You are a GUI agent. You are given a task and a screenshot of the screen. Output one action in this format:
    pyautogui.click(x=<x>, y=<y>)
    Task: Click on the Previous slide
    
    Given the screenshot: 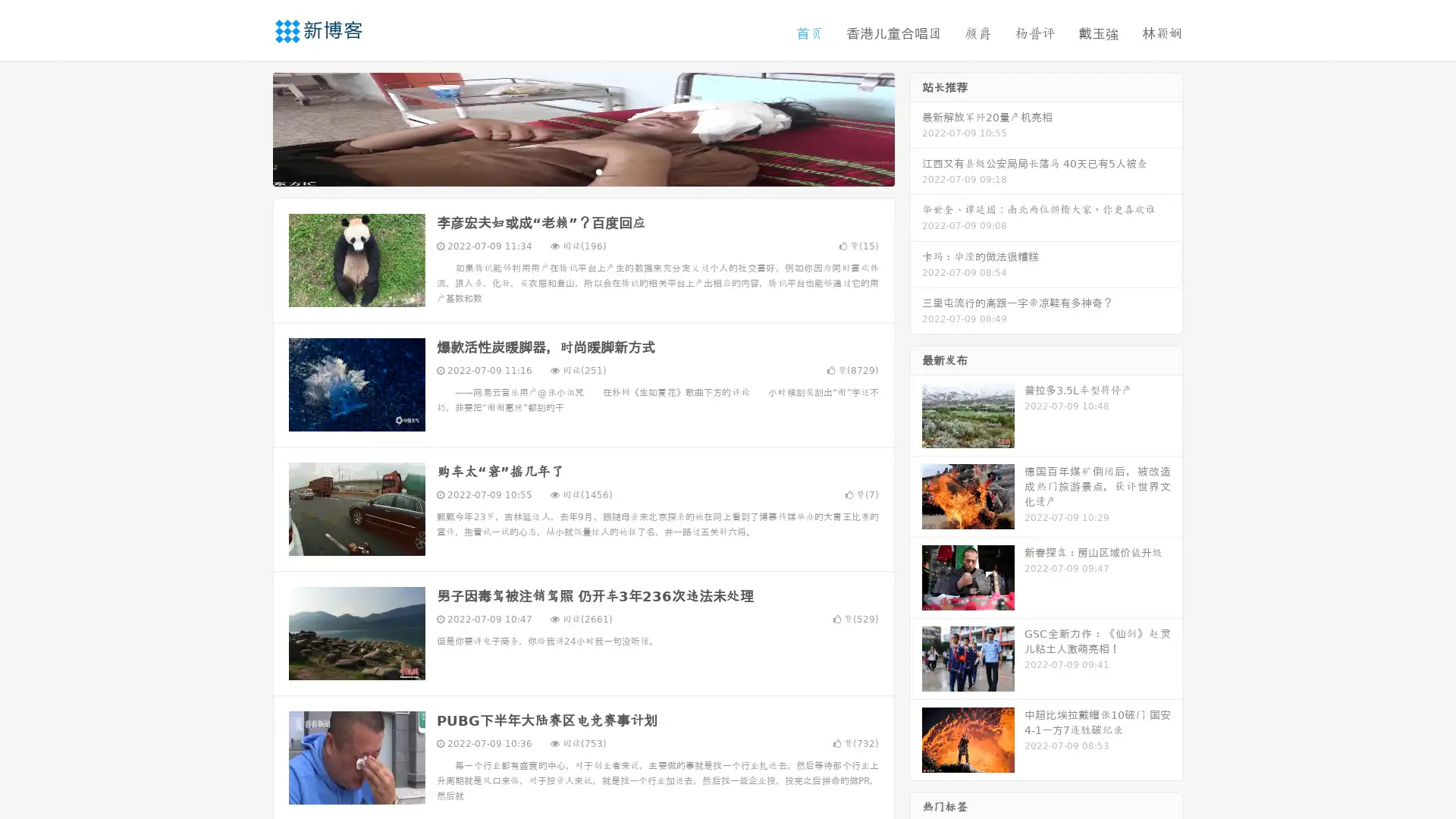 What is the action you would take?
    pyautogui.click(x=250, y=127)
    